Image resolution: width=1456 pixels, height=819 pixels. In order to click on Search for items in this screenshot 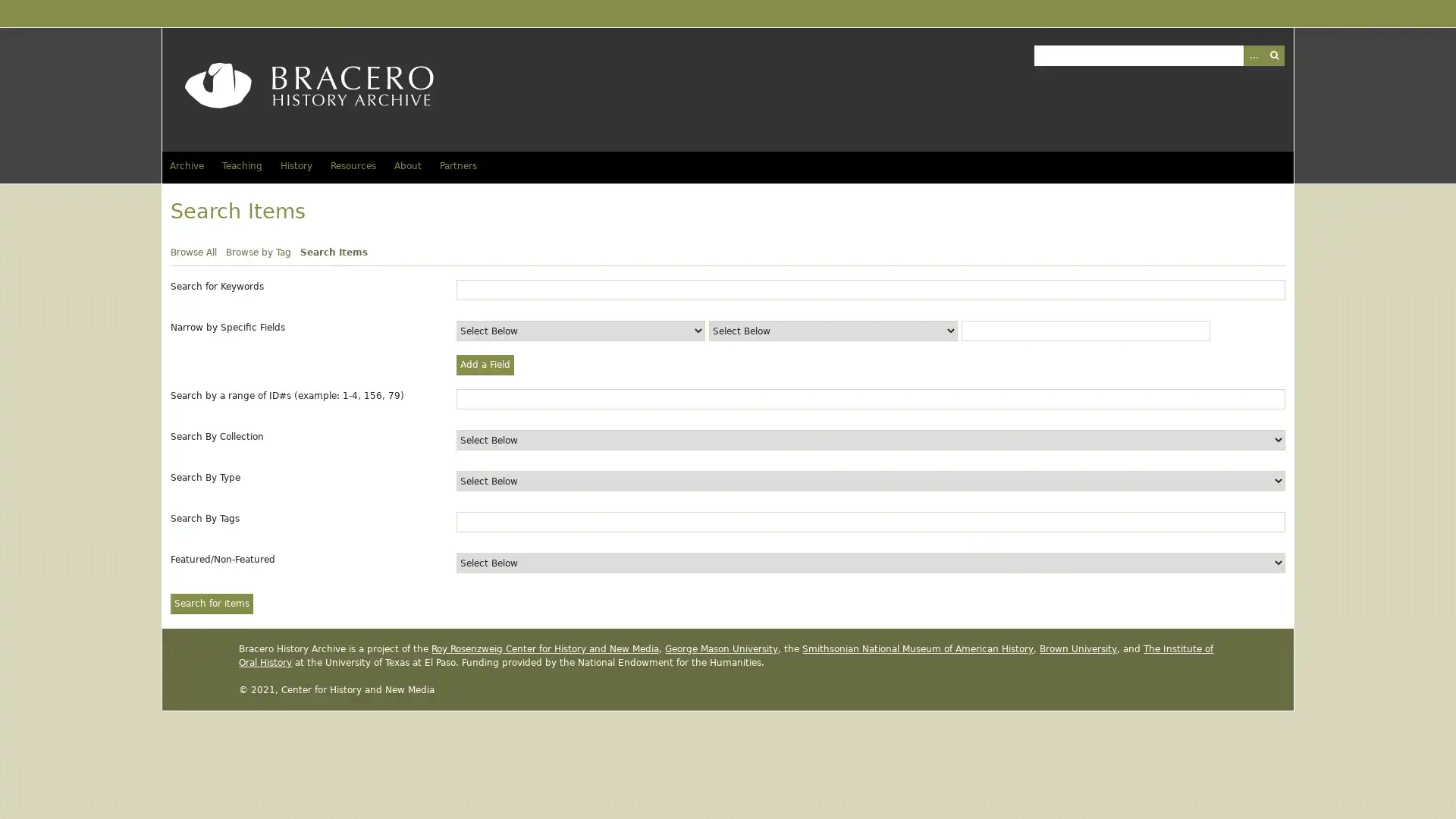, I will do `click(211, 603)`.